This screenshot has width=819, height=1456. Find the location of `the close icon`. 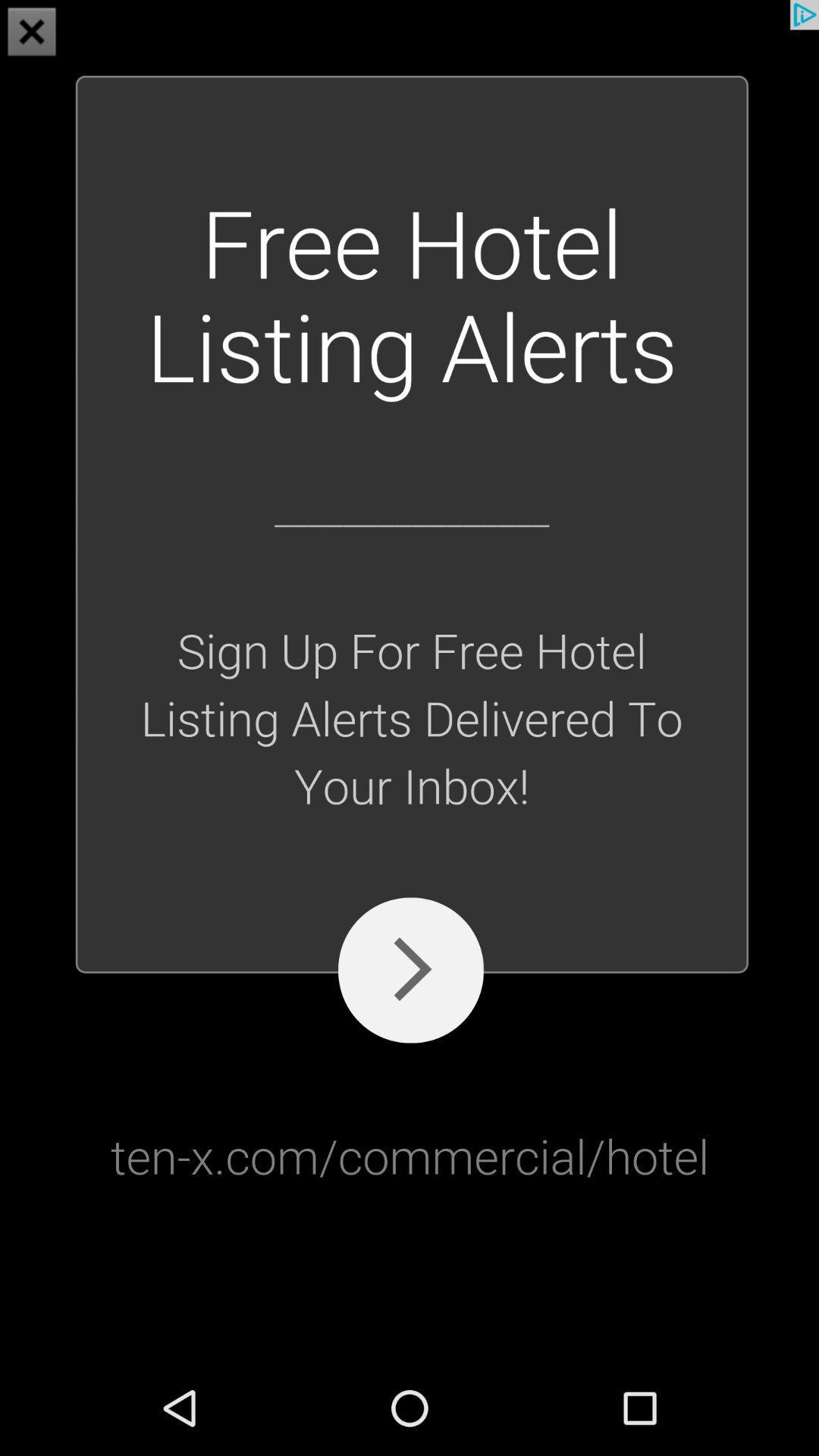

the close icon is located at coordinates (32, 33).